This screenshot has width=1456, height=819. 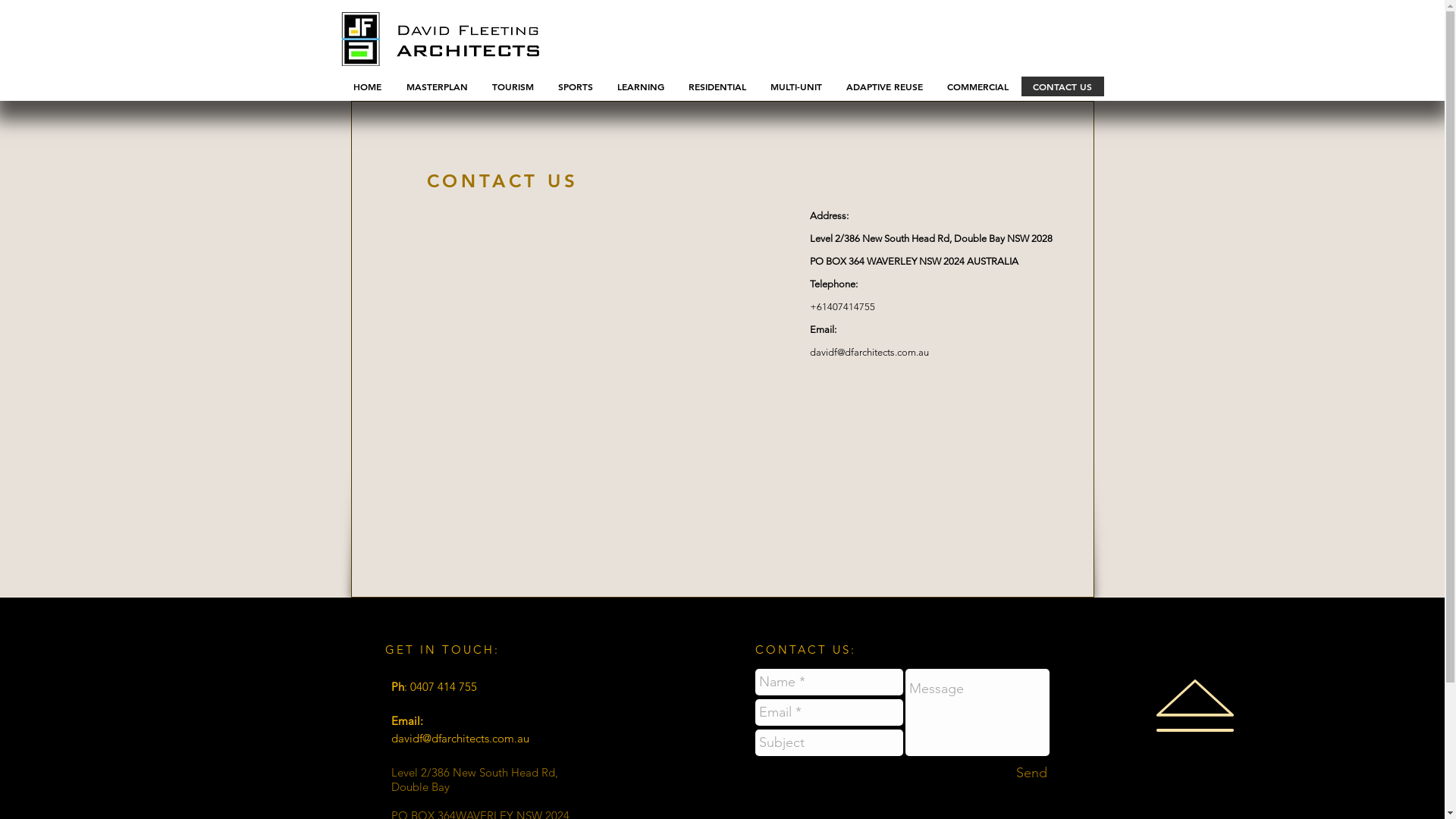 I want to click on 'MASTERPLAN', so click(x=435, y=86).